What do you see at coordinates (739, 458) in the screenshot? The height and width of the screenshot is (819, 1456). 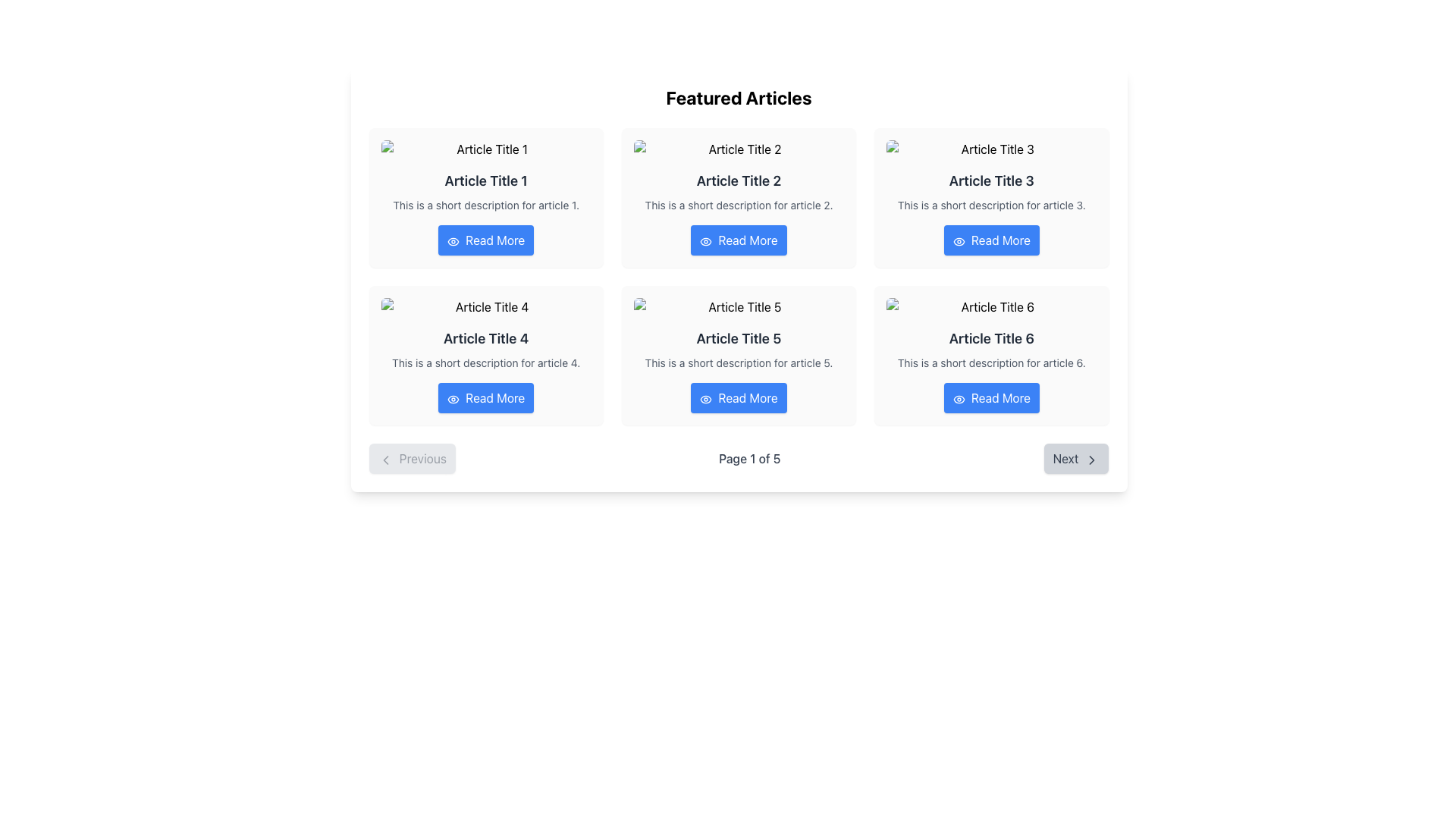 I see `page information displayed in the pagination bar located at the bottom of the 'Featured Articles' section` at bounding box center [739, 458].